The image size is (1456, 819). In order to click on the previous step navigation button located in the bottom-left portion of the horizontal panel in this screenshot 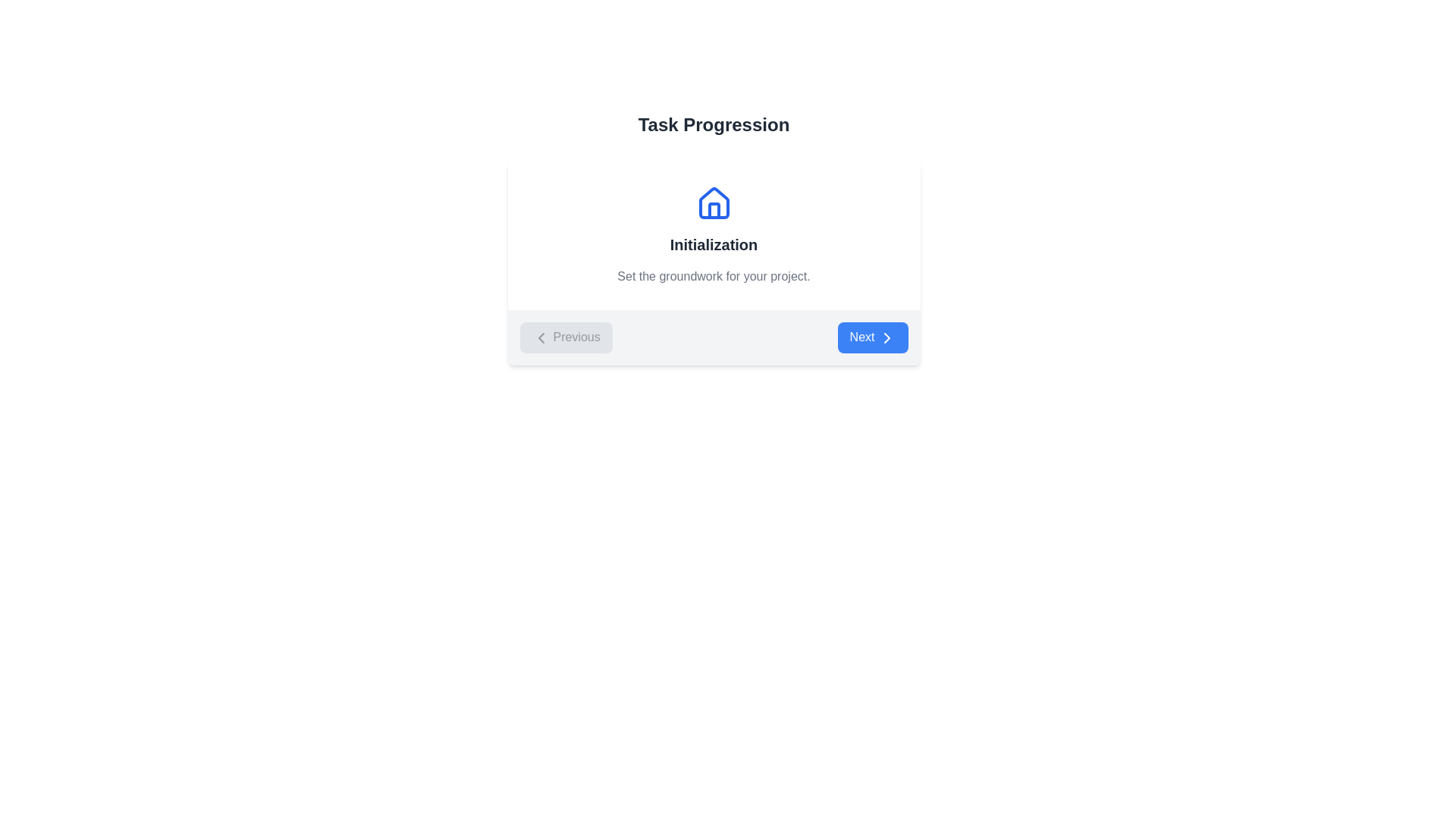, I will do `click(565, 337)`.